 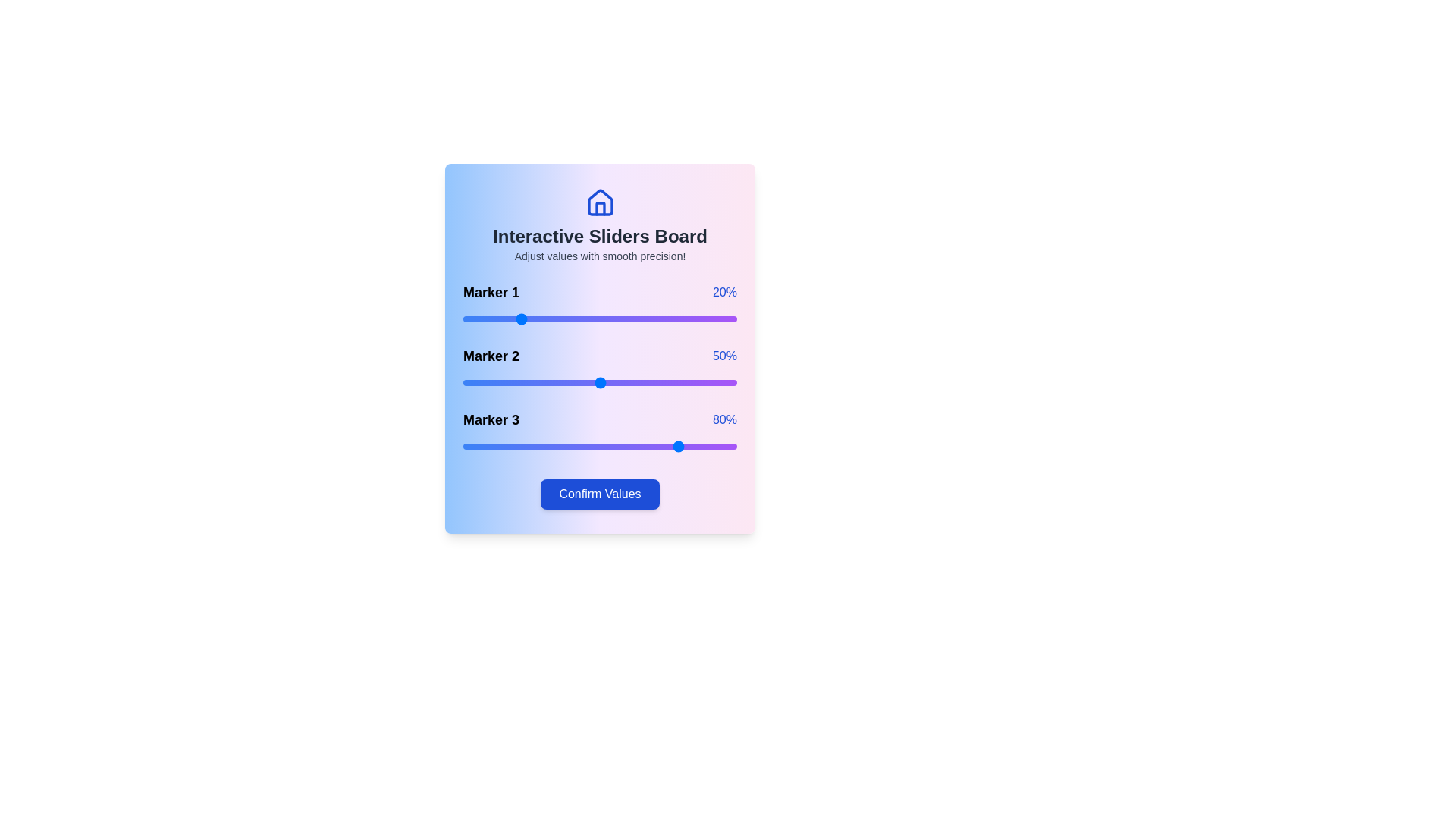 I want to click on the slider for Marker 1 to 70%, so click(x=654, y=318).